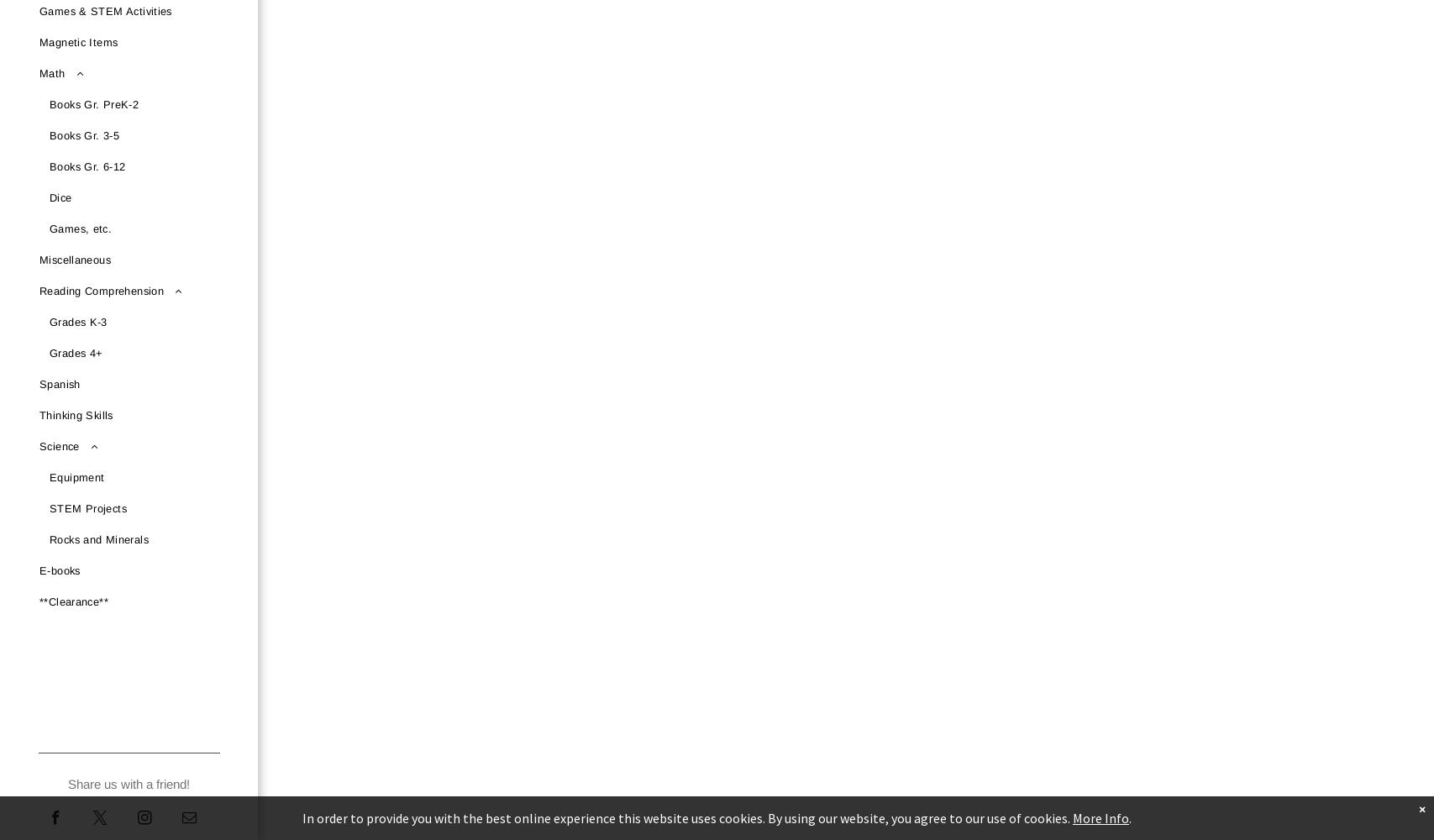  What do you see at coordinates (39, 446) in the screenshot?
I see `'Science'` at bounding box center [39, 446].